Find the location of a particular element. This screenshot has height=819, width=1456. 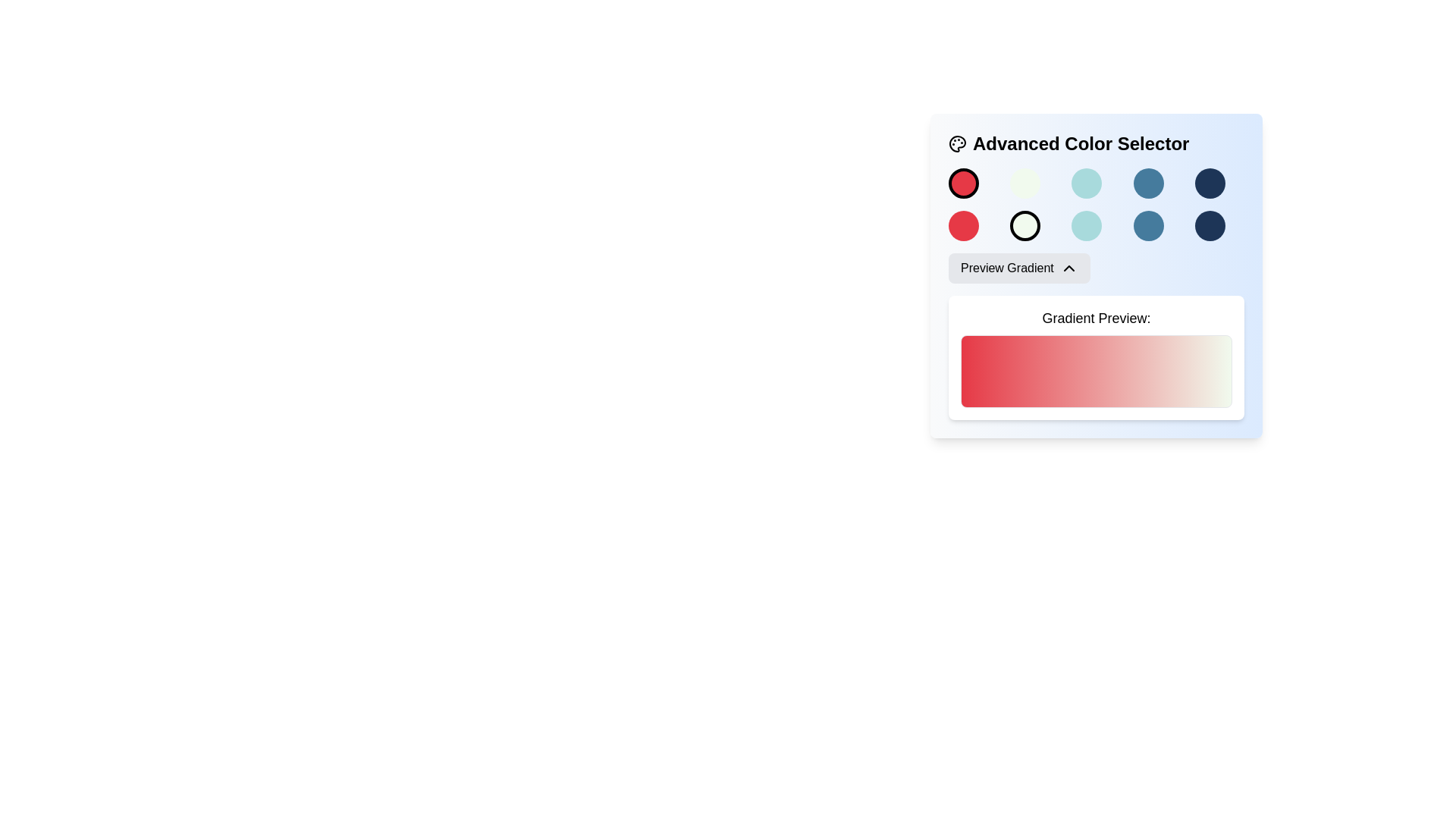

the color circle in the horizontal grid of selectable color circles located beneath the title 'Advanced Color Selector' is located at coordinates (1096, 183).